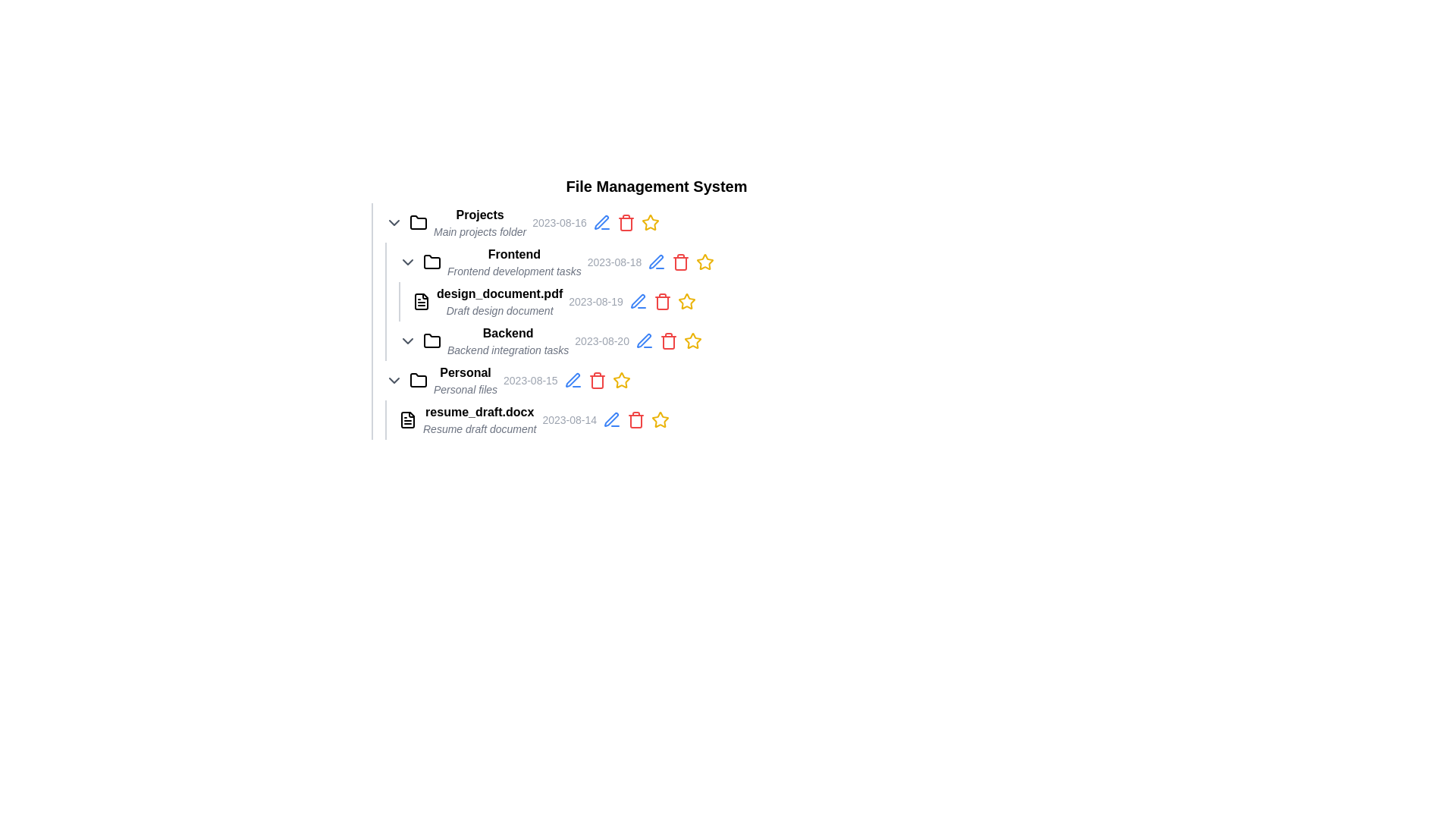 The image size is (1456, 819). I want to click on the descriptive text label located beneath the 'Projects' header in the file management system interface, so click(479, 231).